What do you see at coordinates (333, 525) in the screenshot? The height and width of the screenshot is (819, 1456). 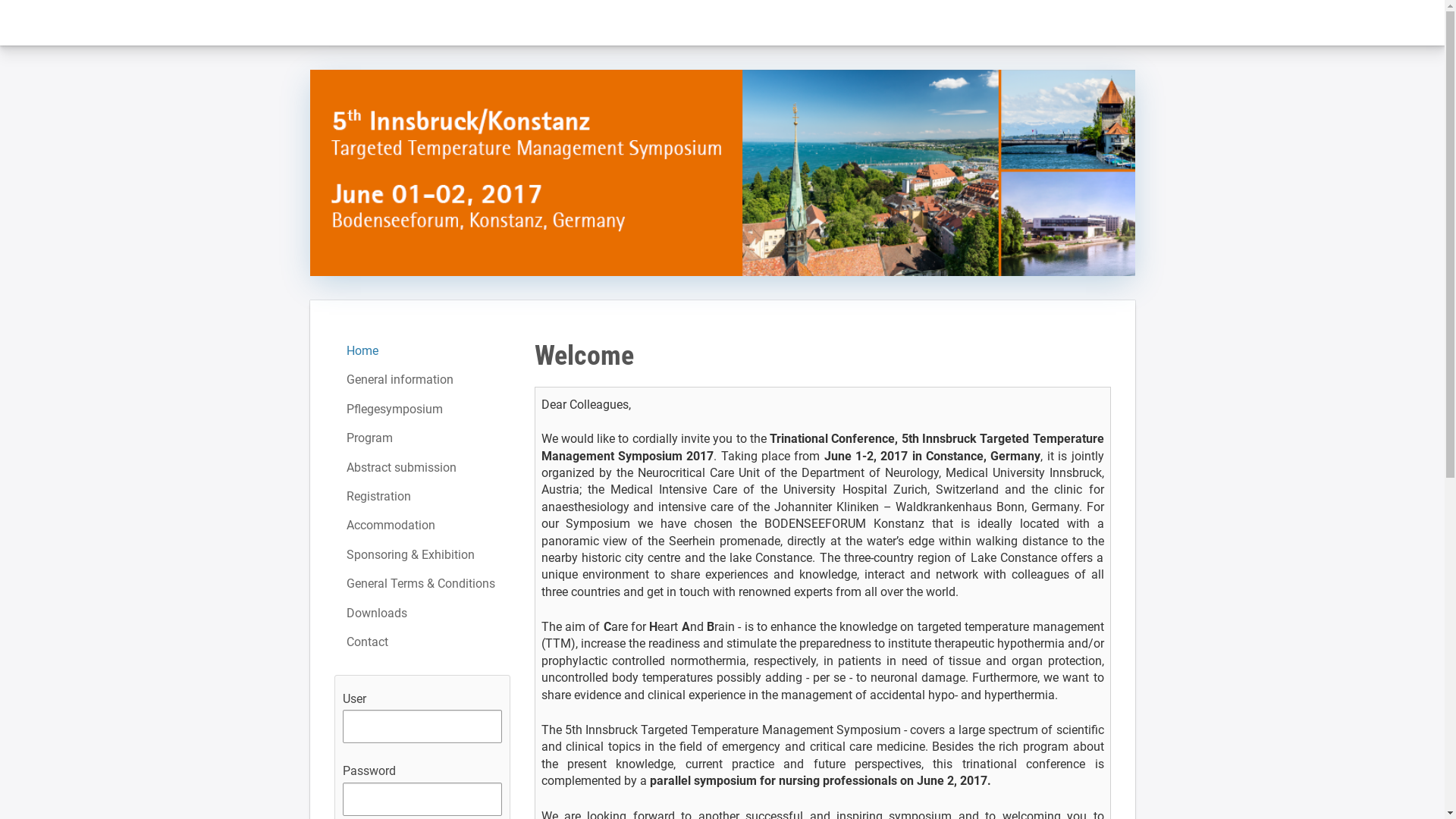 I see `'Accommodation'` at bounding box center [333, 525].